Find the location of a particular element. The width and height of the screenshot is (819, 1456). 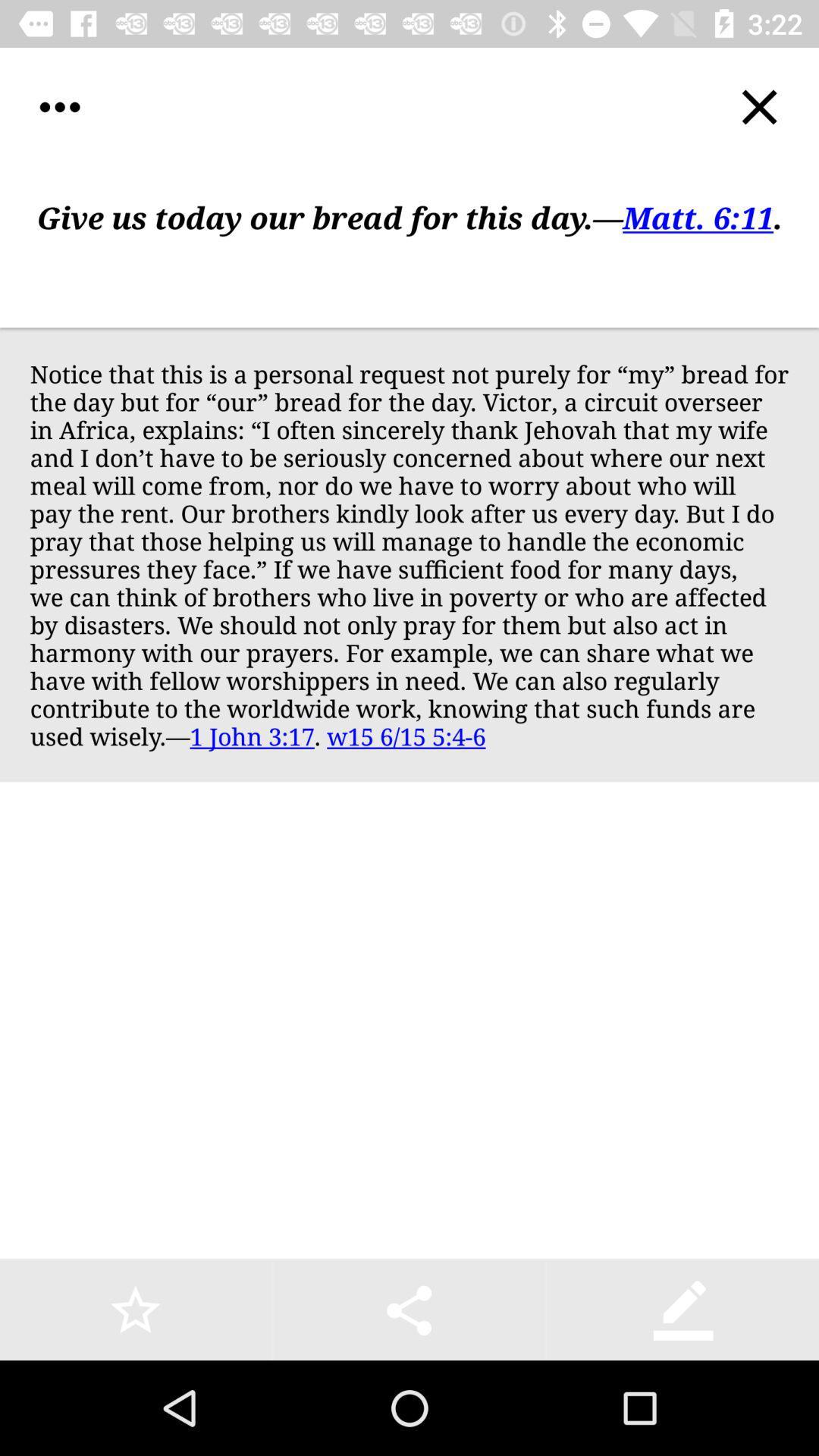

icon at the top left corner is located at coordinates (58, 106).